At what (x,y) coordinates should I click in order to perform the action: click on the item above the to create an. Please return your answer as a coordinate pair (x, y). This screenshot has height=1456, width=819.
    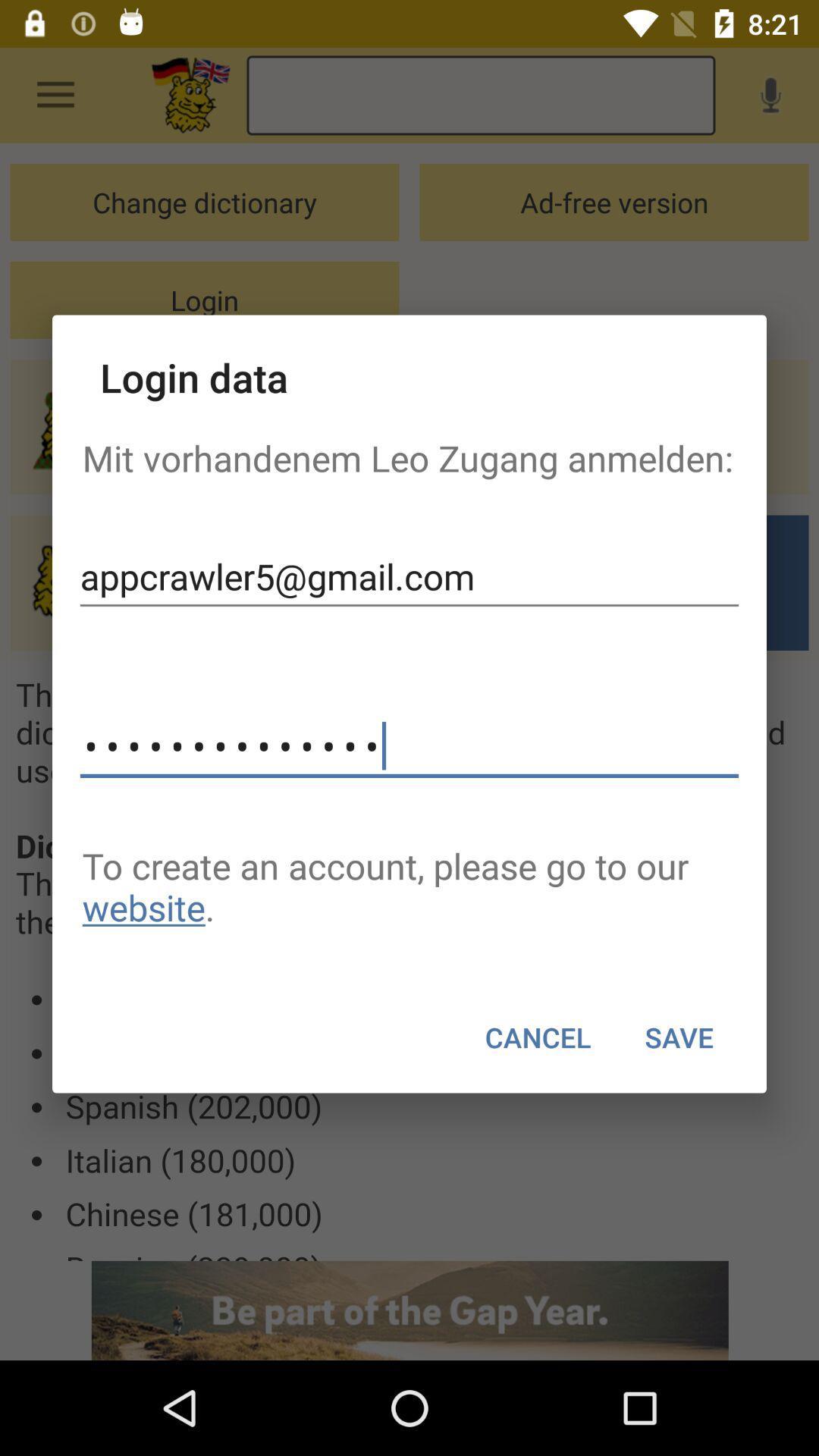
    Looking at the image, I should click on (409, 746).